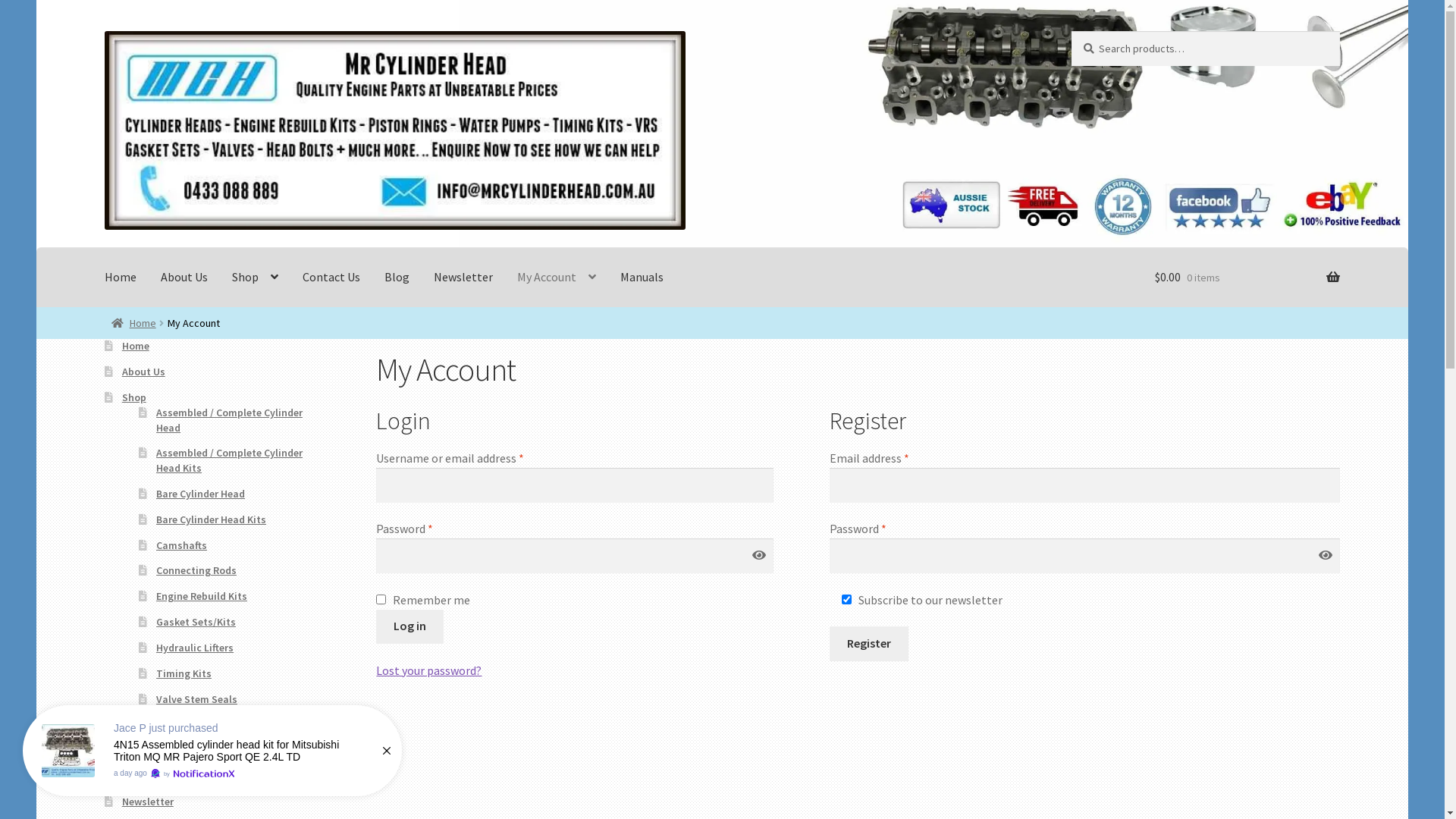 Image resolution: width=1456 pixels, height=819 pixels. What do you see at coordinates (187, 723) in the screenshot?
I see `'Water Pumps'` at bounding box center [187, 723].